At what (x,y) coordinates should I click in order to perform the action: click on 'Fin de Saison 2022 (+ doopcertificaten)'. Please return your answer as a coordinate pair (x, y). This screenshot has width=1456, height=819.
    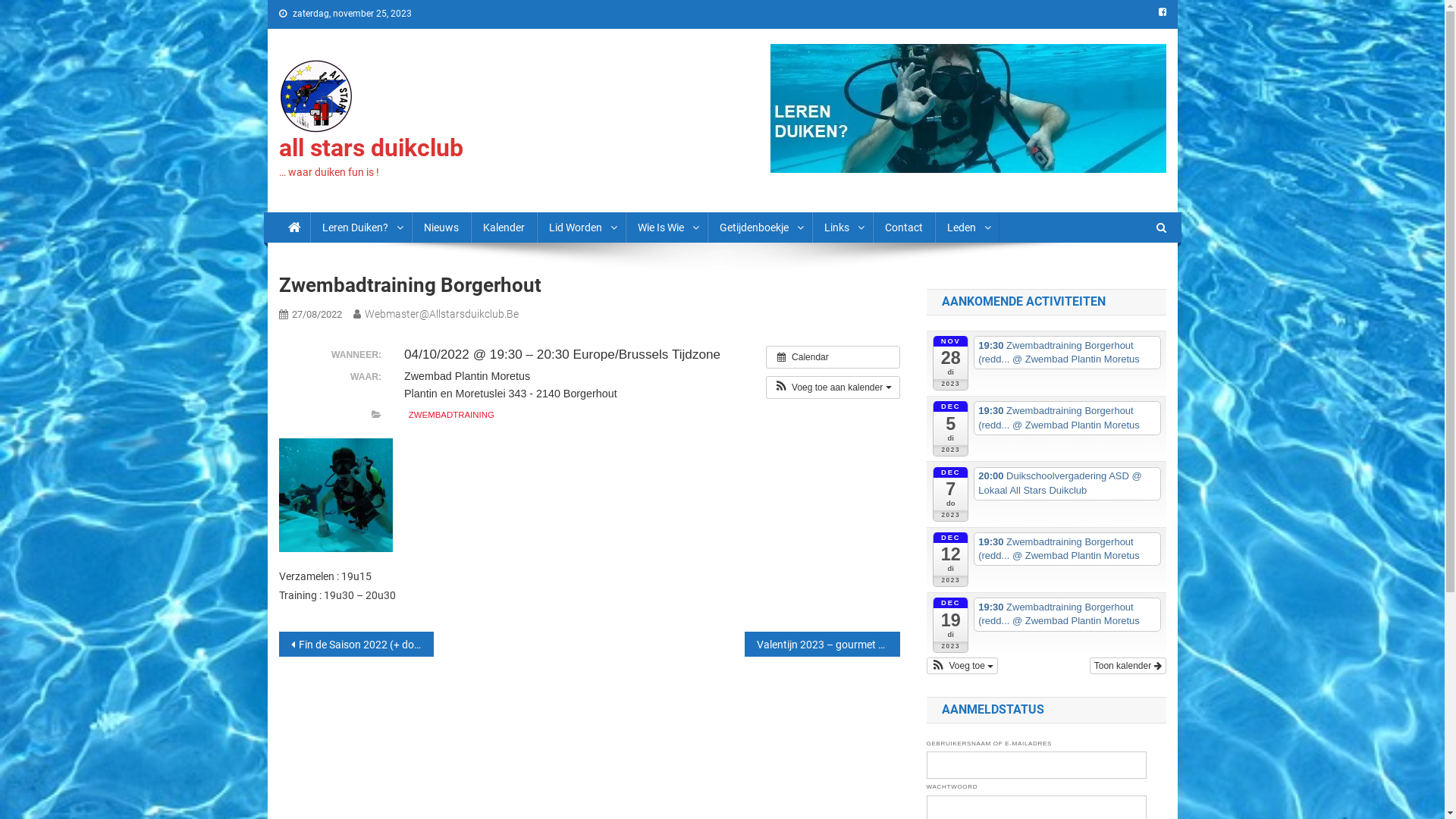
    Looking at the image, I should click on (279, 644).